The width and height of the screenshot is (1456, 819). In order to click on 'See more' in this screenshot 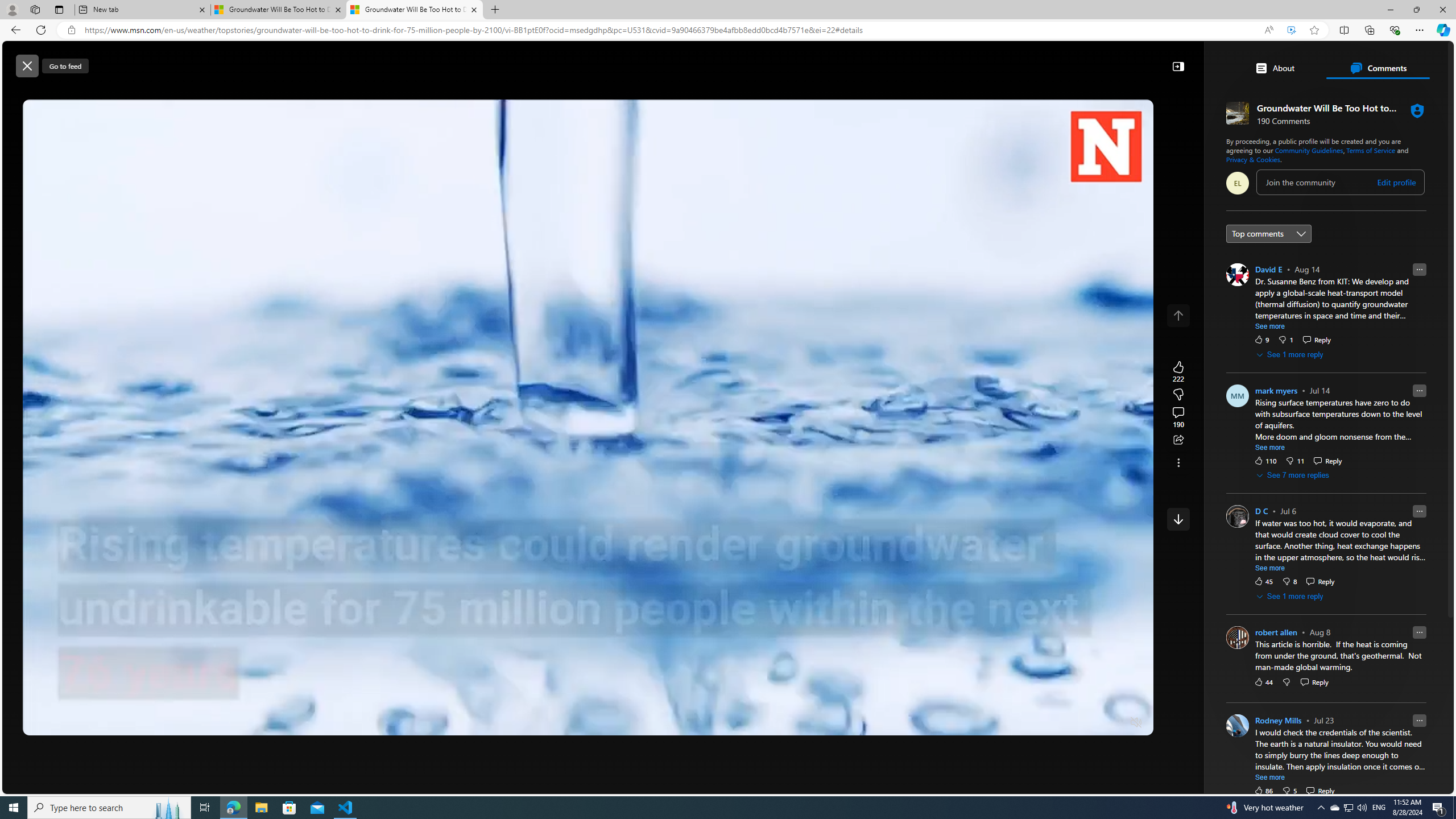, I will do `click(1270, 777)`.